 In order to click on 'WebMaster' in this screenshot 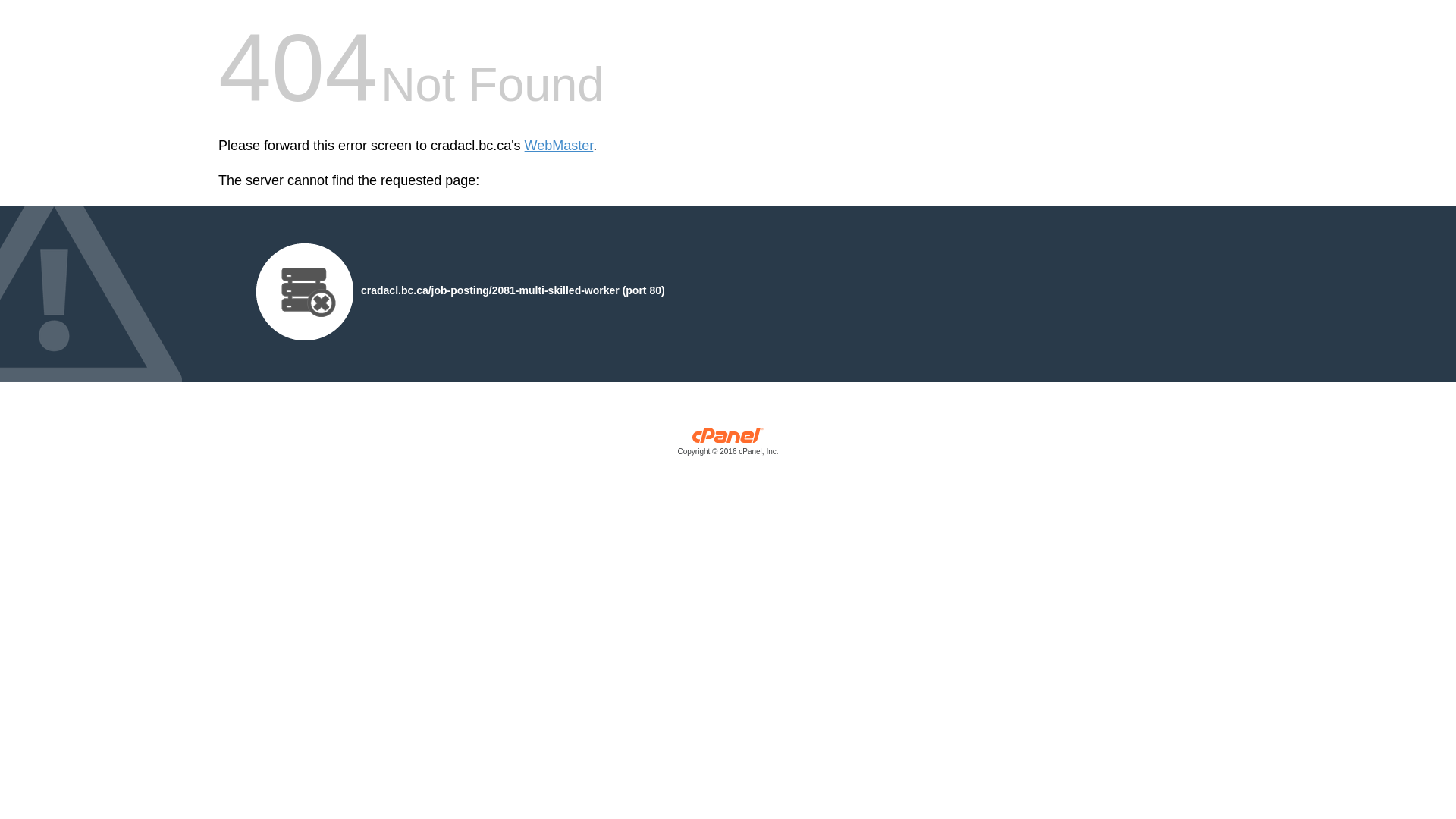, I will do `click(558, 146)`.